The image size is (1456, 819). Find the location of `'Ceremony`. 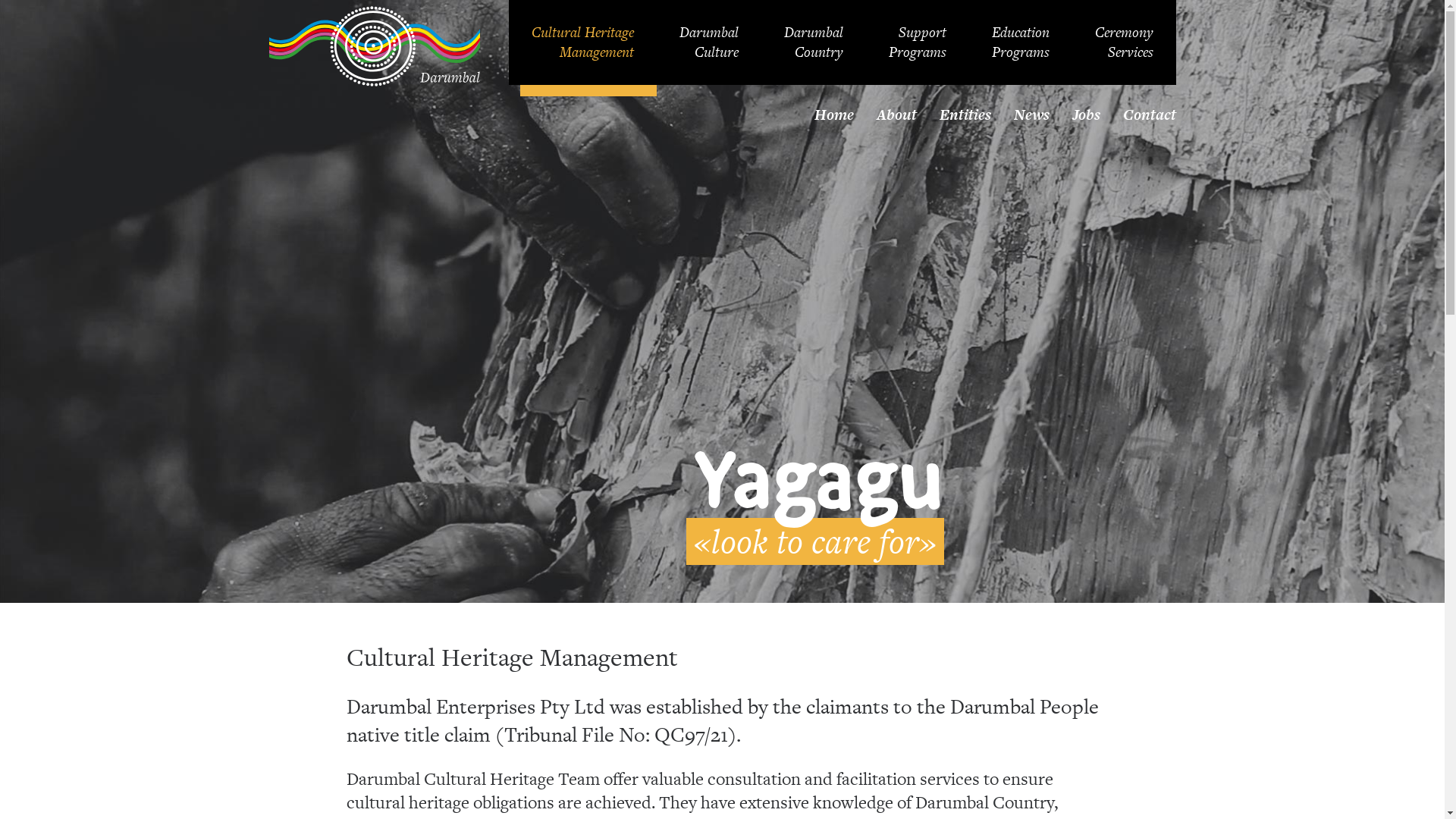

'Ceremony is located at coordinates (1072, 42).